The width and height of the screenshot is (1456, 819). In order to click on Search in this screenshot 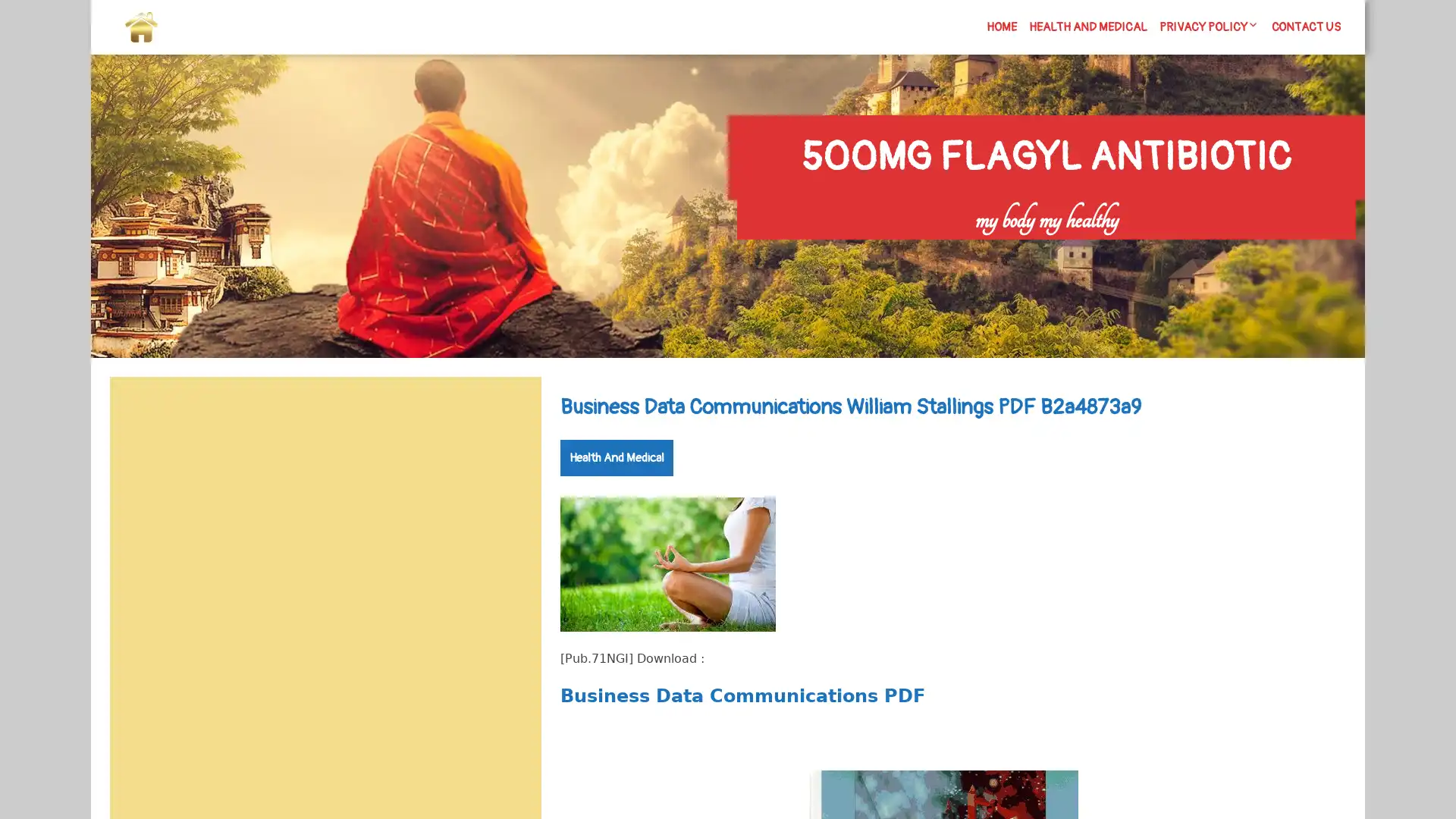, I will do `click(506, 413)`.